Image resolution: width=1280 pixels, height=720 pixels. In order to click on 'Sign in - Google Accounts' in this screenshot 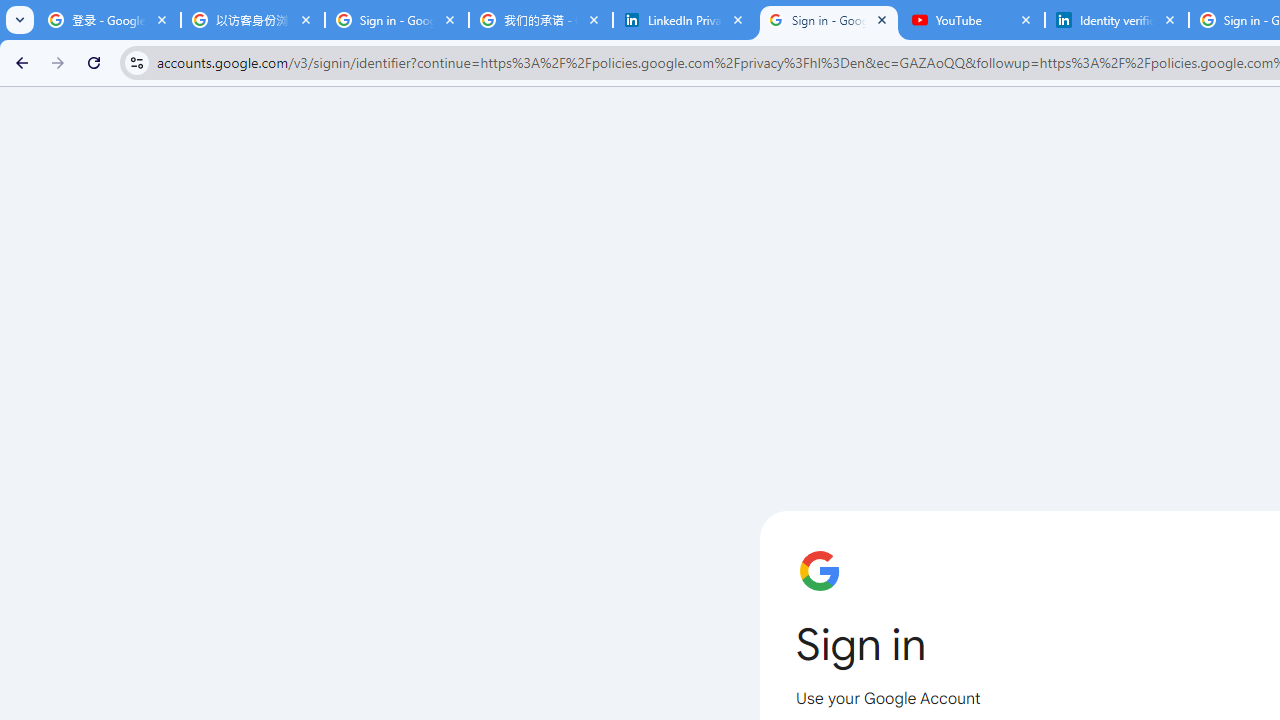, I will do `click(828, 20)`.